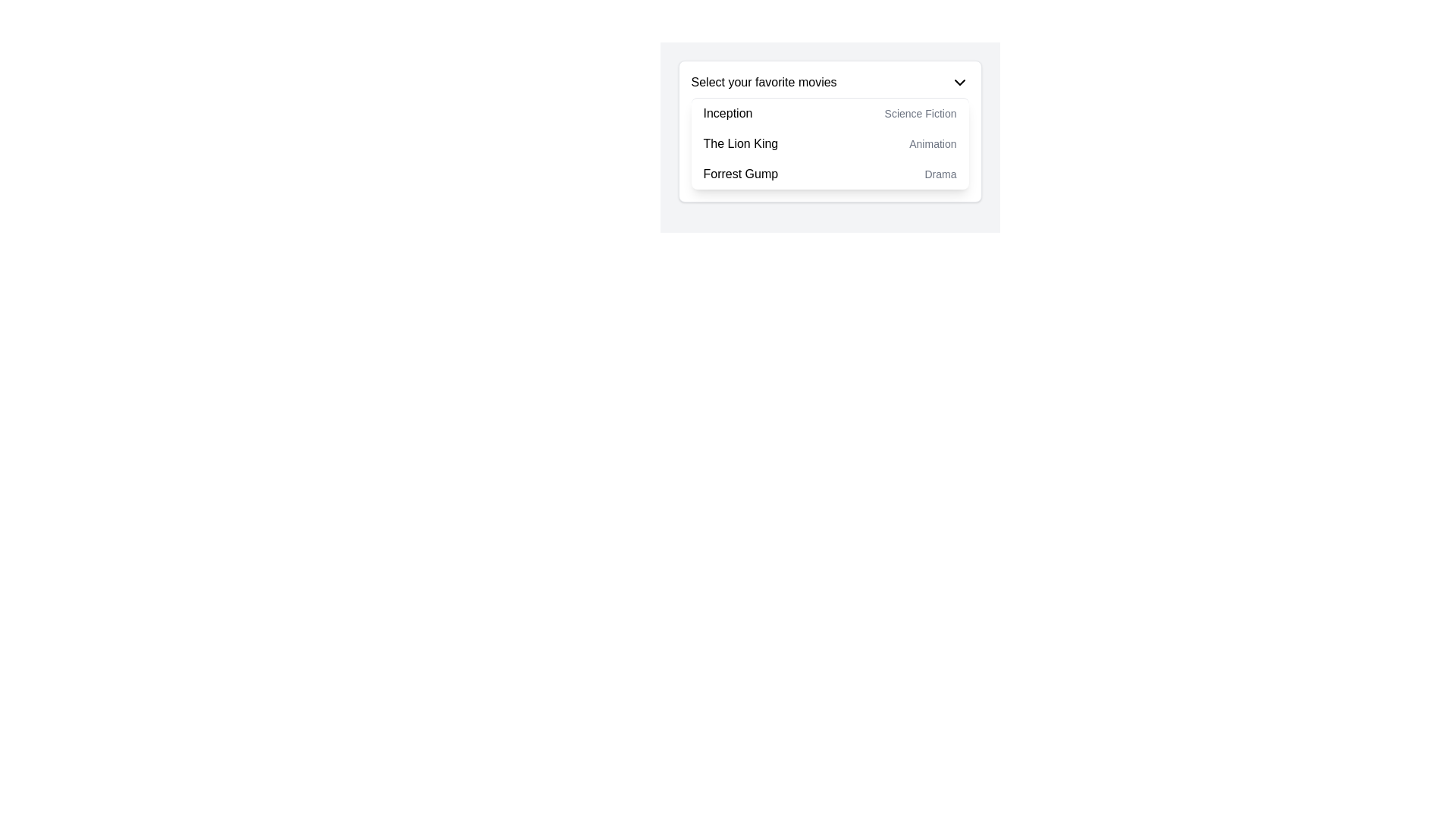 This screenshot has height=819, width=1456. Describe the element at coordinates (932, 143) in the screenshot. I see `text label indicating the genre of the movie 'The Lion King' located to the right of its title within the dropdown menu under 'Select your favorite movies.'` at that location.